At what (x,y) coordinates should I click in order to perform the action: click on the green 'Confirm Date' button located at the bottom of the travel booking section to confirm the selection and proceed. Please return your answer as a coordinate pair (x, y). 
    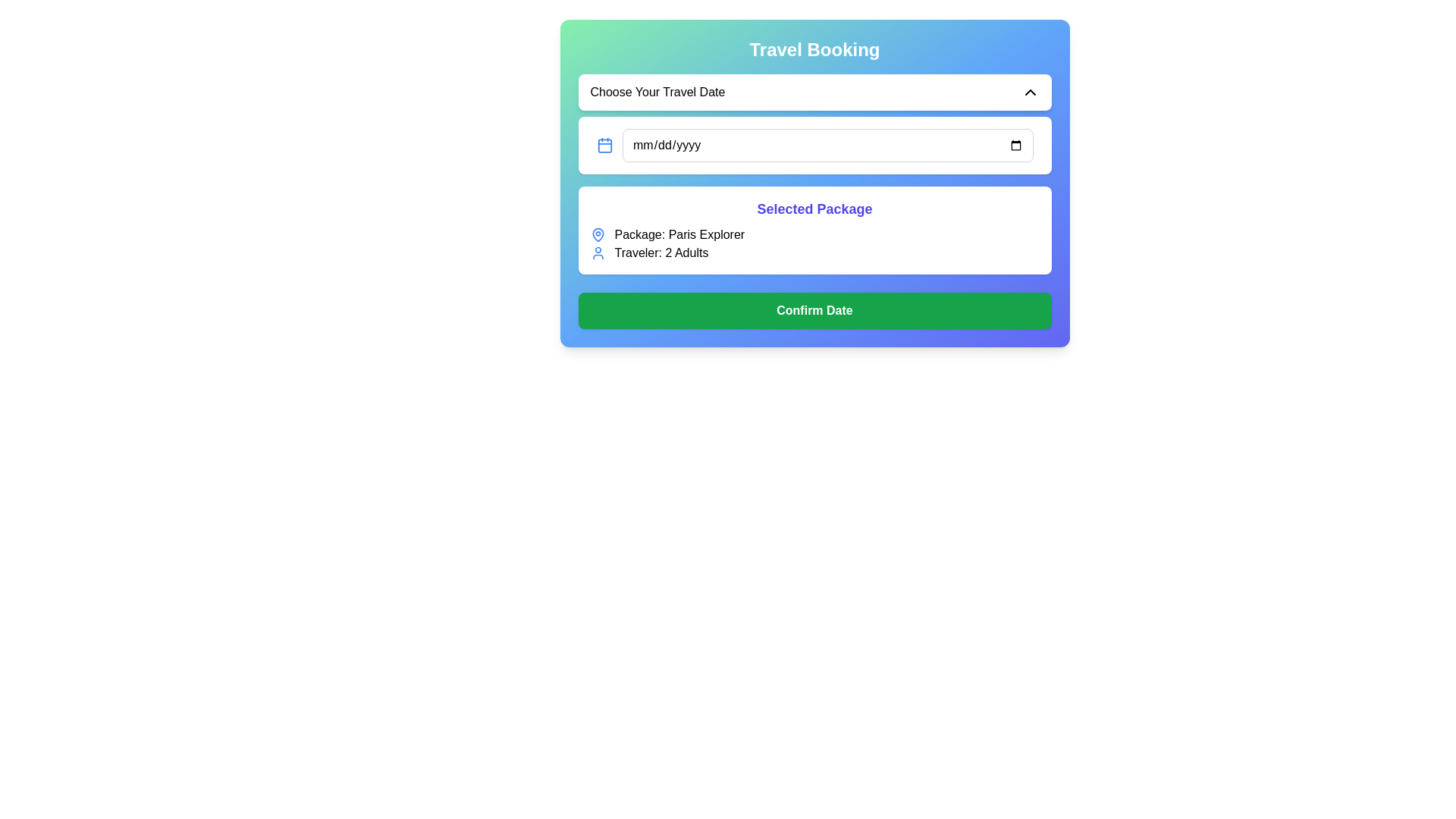
    Looking at the image, I should click on (814, 309).